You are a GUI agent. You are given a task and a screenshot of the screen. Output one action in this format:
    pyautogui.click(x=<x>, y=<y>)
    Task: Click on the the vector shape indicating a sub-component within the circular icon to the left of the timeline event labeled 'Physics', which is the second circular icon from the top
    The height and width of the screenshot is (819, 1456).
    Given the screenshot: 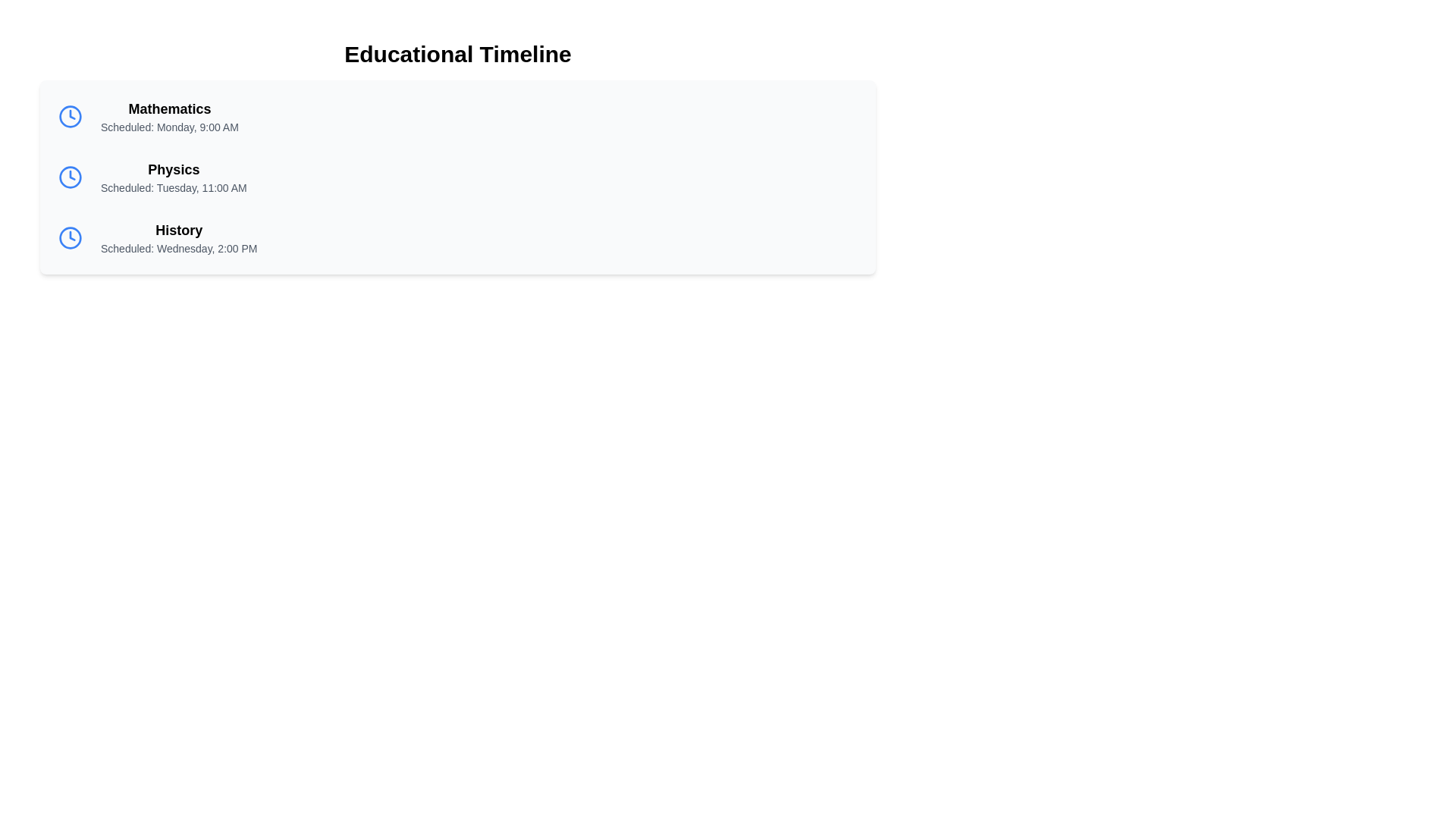 What is the action you would take?
    pyautogui.click(x=71, y=174)
    